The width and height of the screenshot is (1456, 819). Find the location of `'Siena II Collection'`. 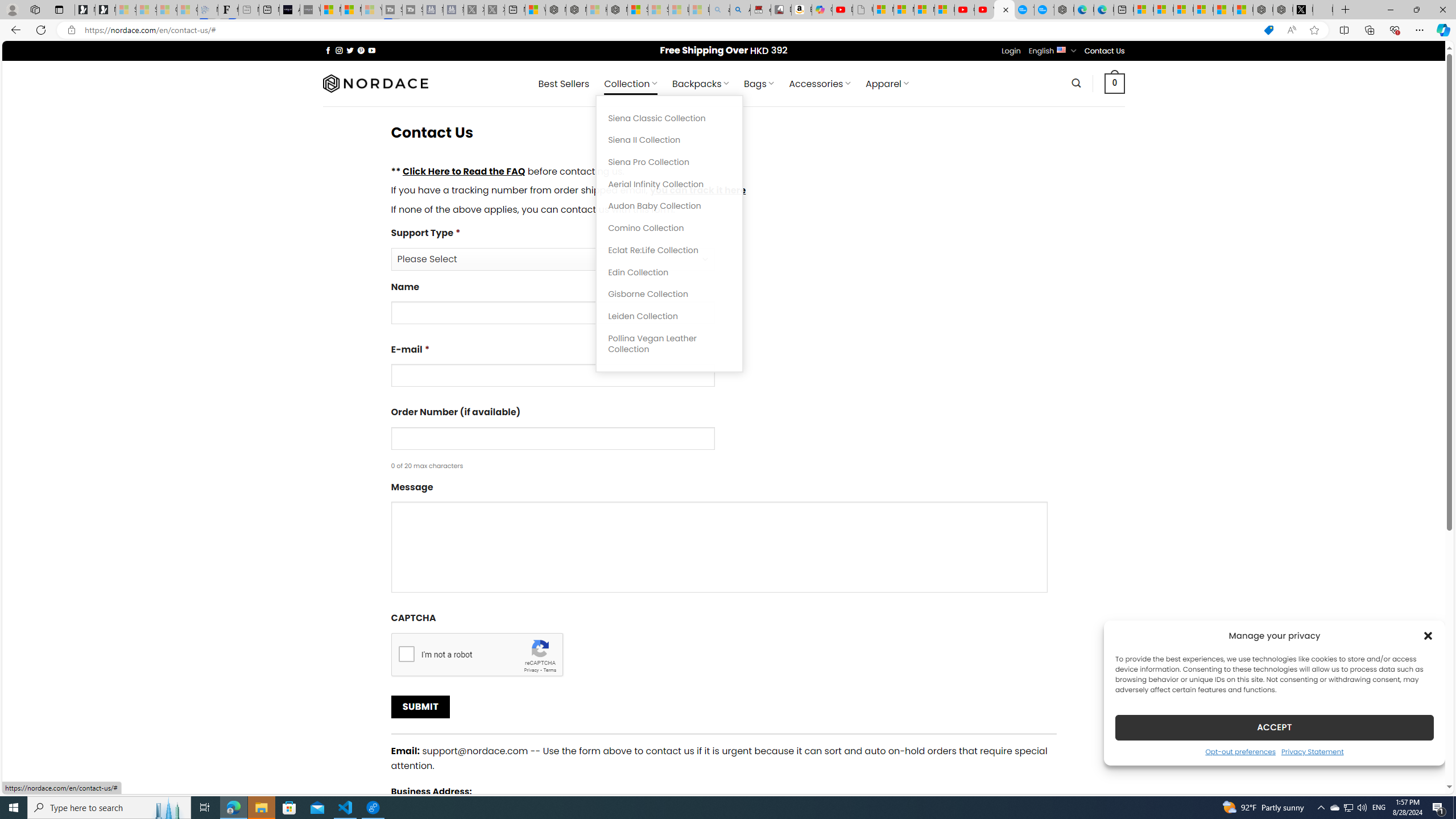

'Siena II Collection' is located at coordinates (669, 139).